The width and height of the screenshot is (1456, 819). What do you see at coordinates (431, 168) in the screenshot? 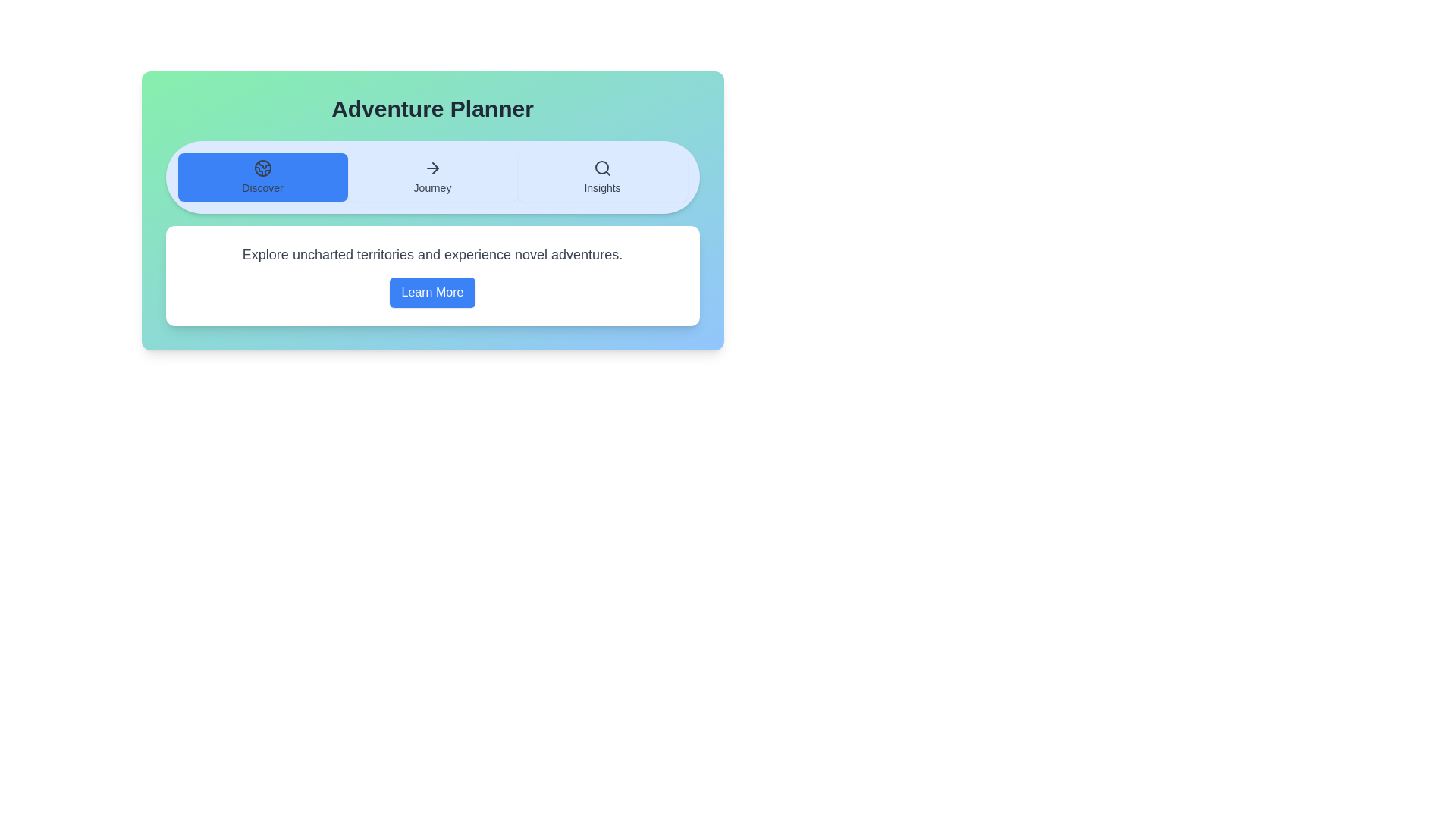
I see `the arrow icon representing forward movement in the 'Journey' tab of the navigation bar located below the 'Adventure Planner' title` at bounding box center [431, 168].